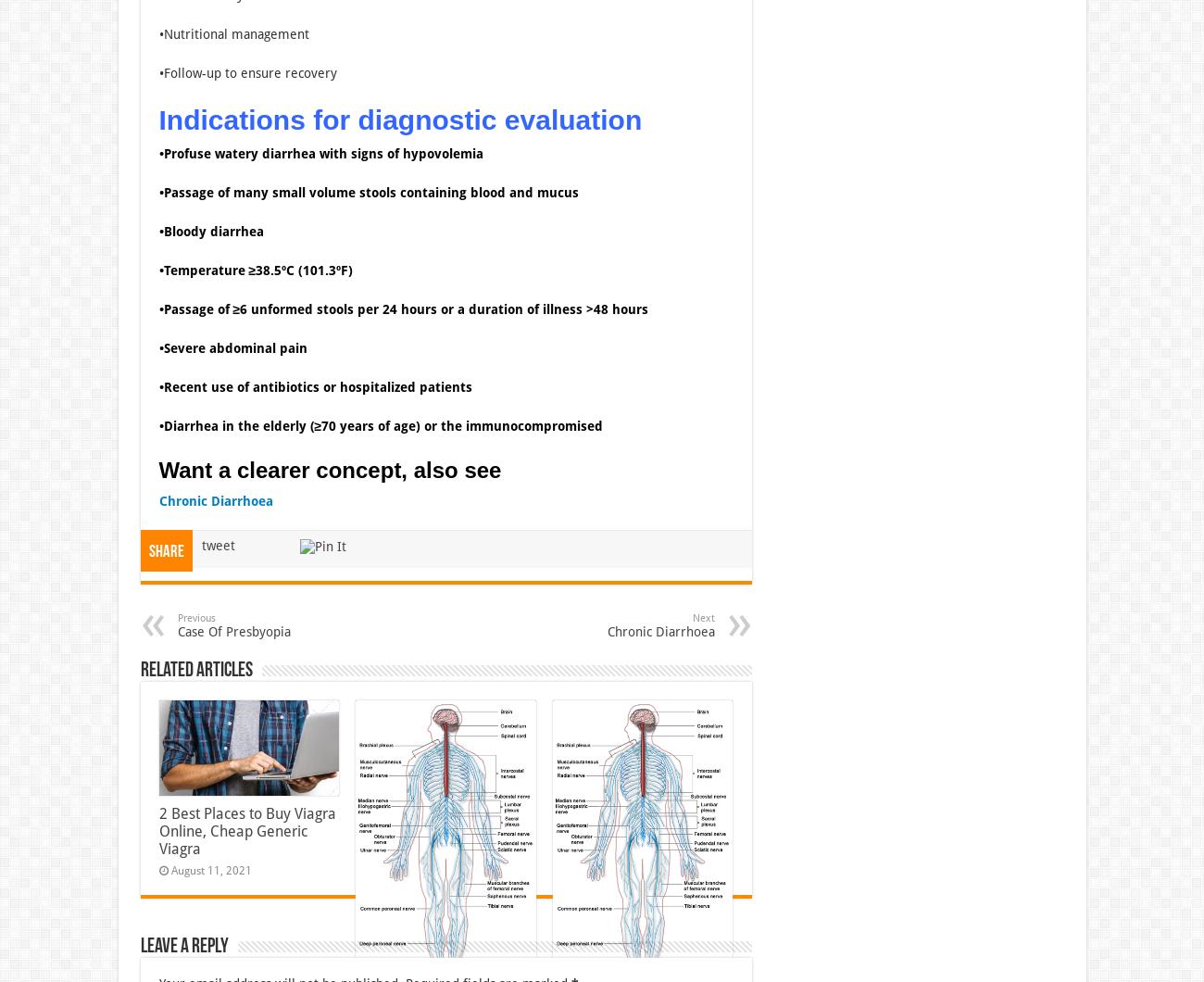  Describe the element at coordinates (157, 308) in the screenshot. I see `'•Passage of ≥6 unformed stools per 24 hours or a duration of illness >48 hours'` at that location.